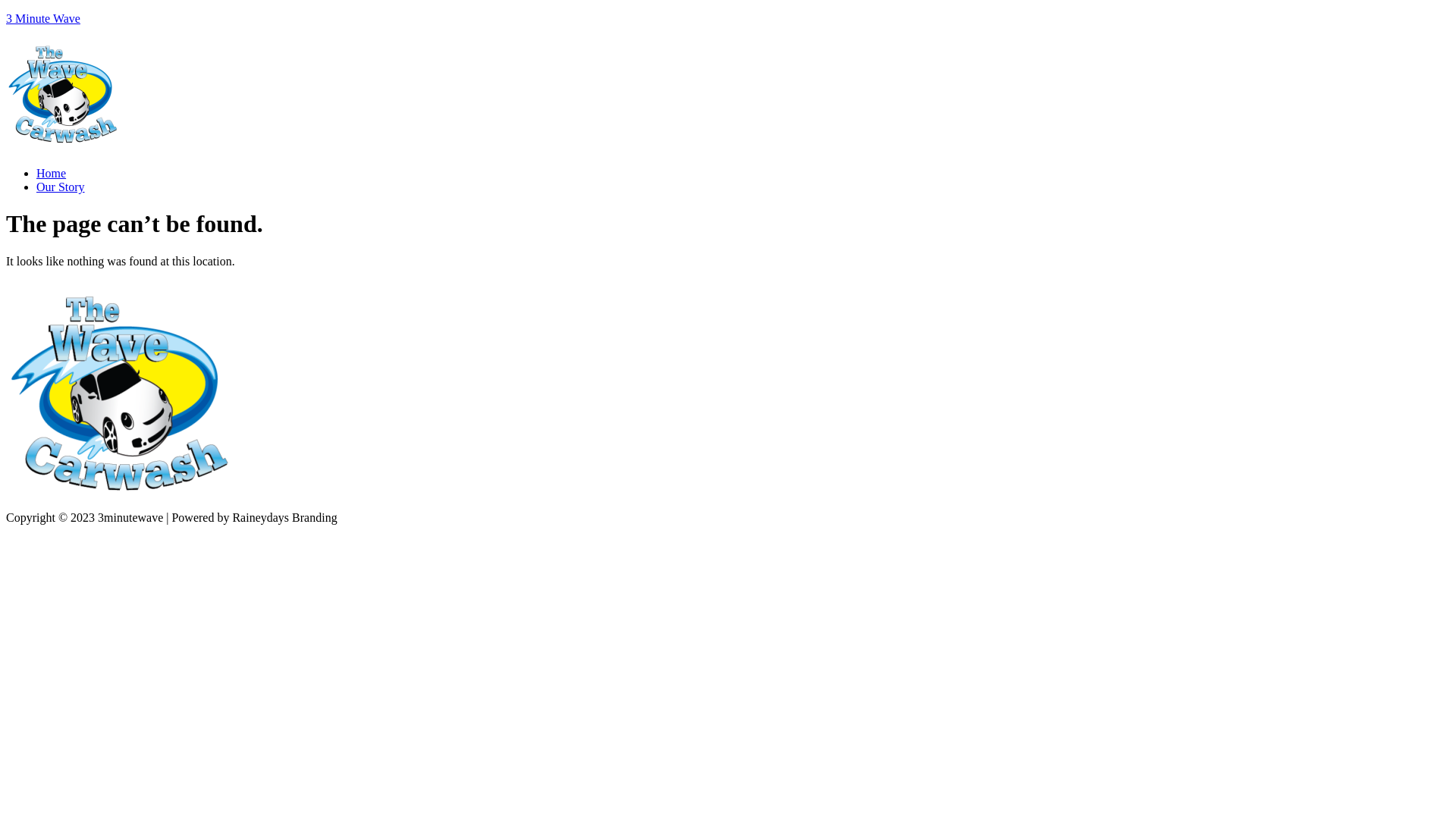 The image size is (1456, 819). What do you see at coordinates (61, 186) in the screenshot?
I see `'Our Story'` at bounding box center [61, 186].